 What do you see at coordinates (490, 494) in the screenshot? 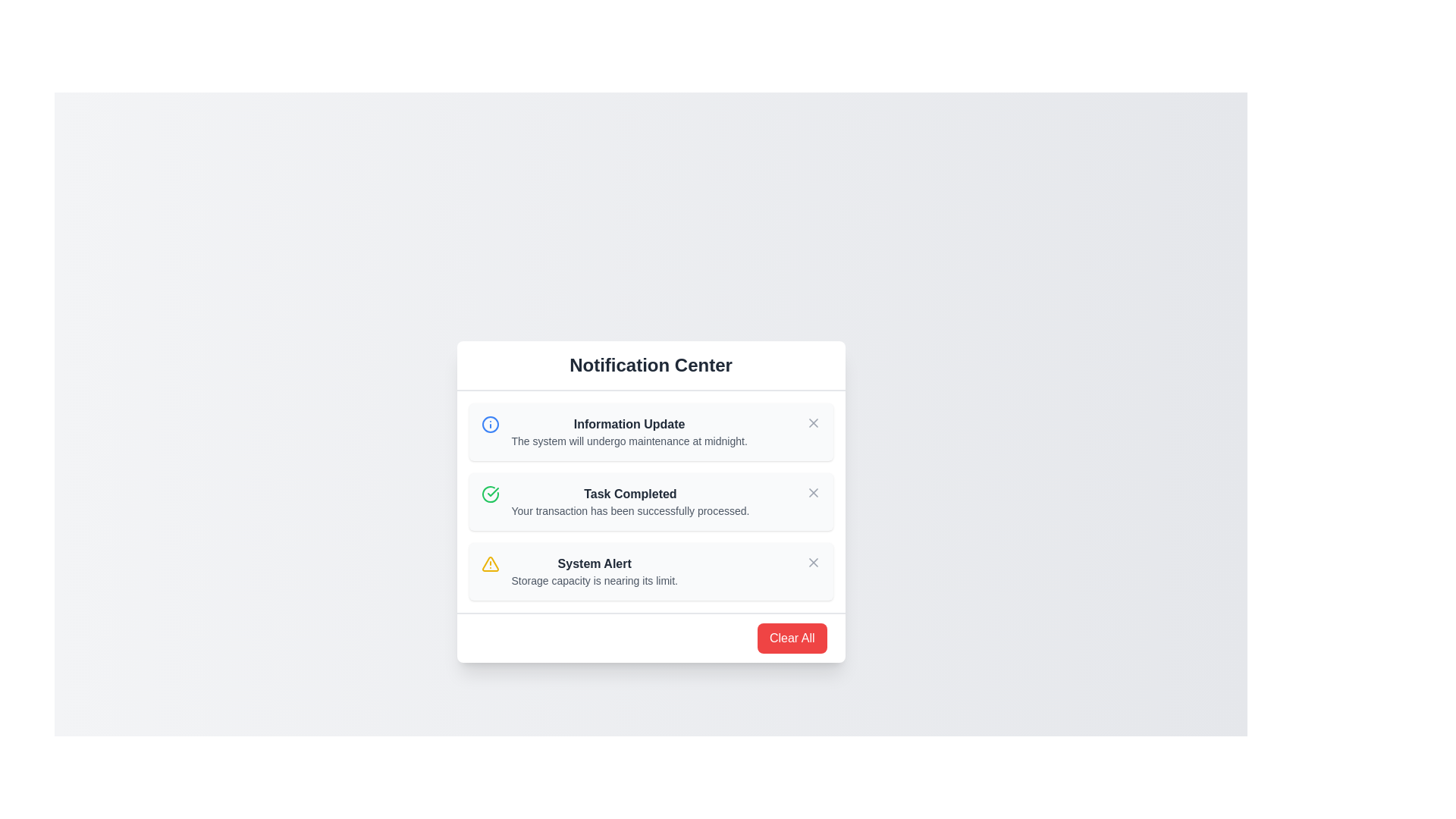
I see `the green checkmark icon within the notification card titled 'Task Completed'` at bounding box center [490, 494].